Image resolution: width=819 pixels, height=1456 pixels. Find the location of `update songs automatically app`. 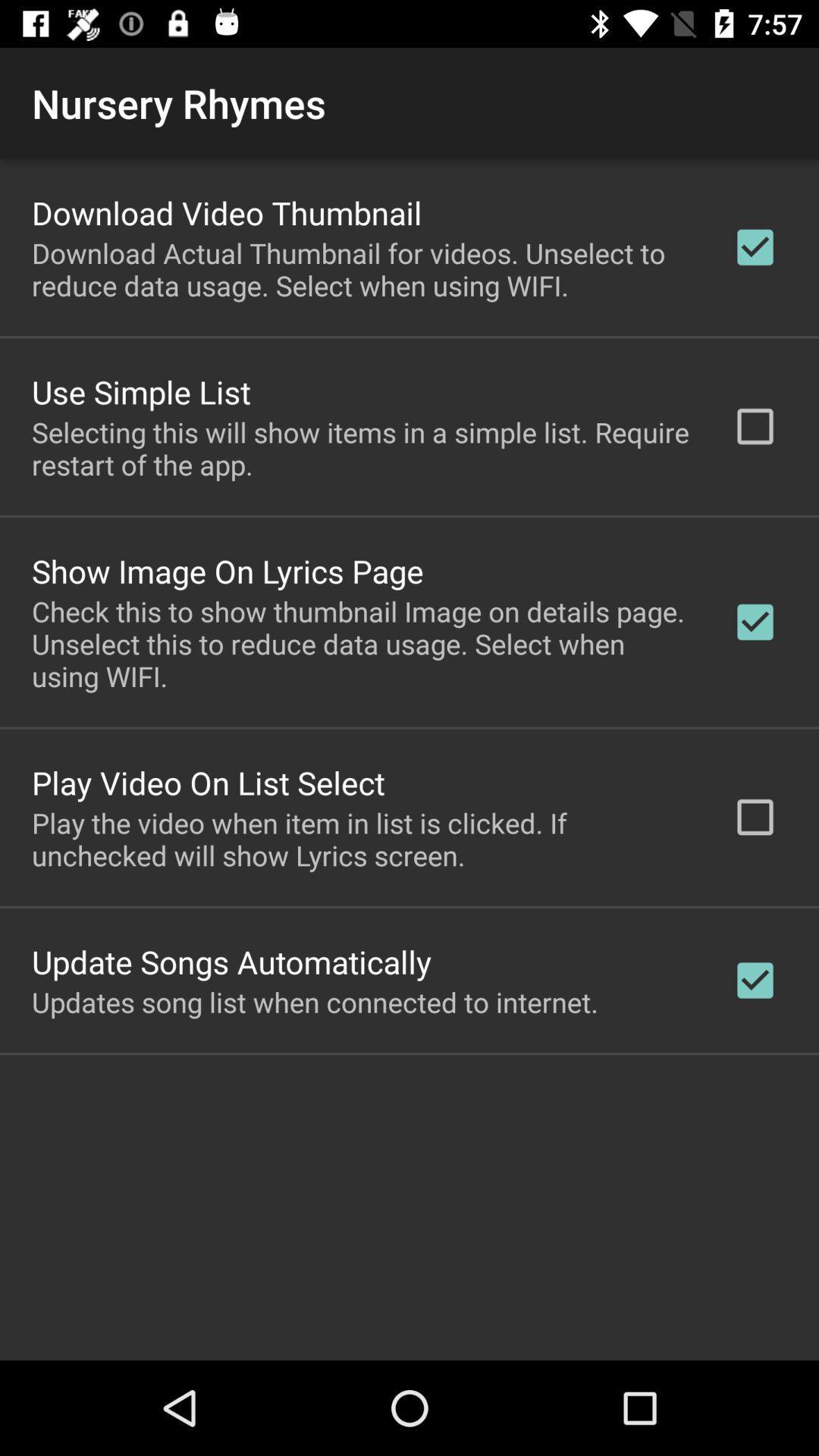

update songs automatically app is located at coordinates (231, 961).